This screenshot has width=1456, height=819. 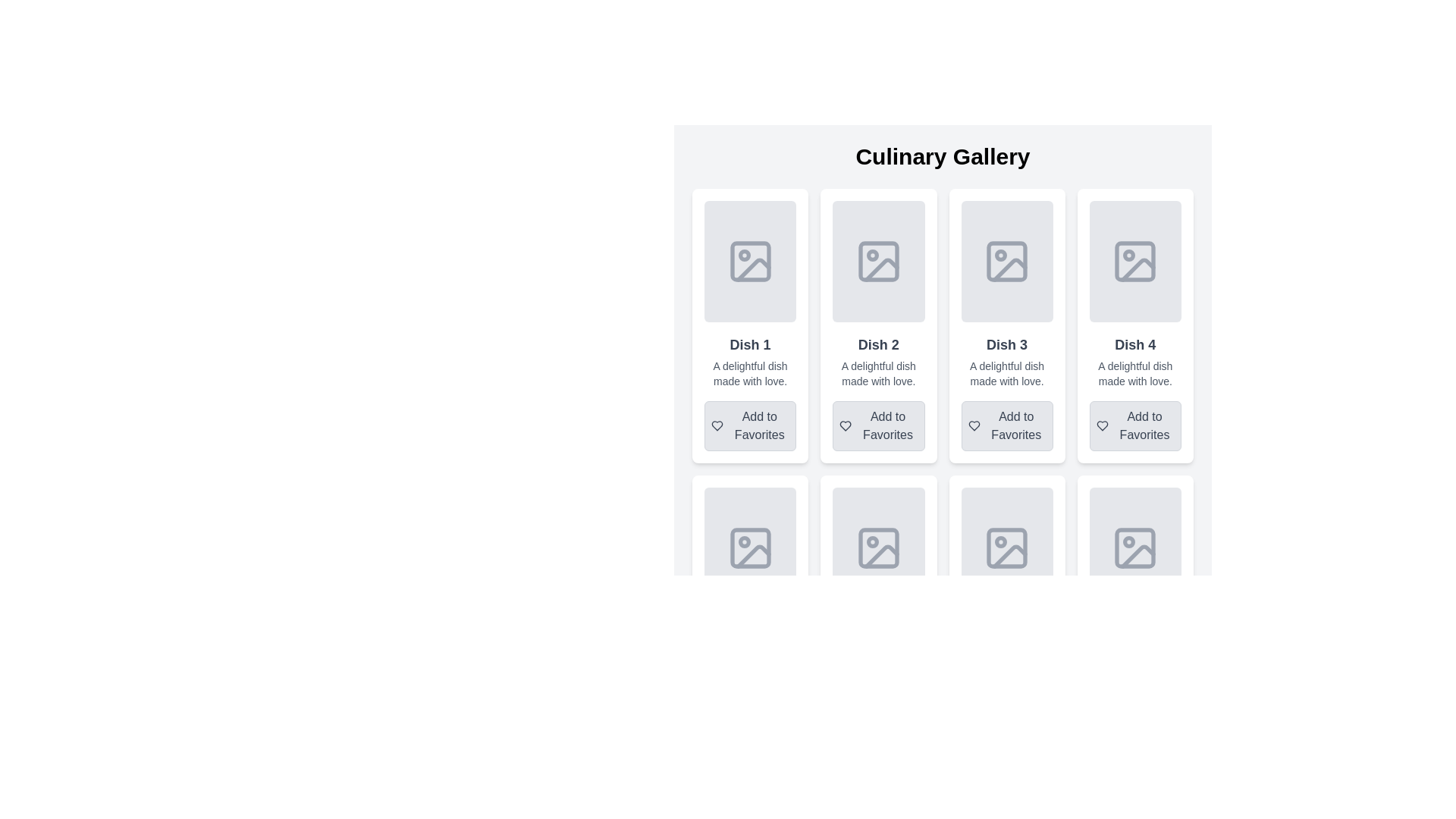 I want to click on the 'Dish 1' text label, which is a bold, medium-sized label on a light gray background, located beneath a placeholder image in the first card of the Culinary Gallery, so click(x=750, y=345).